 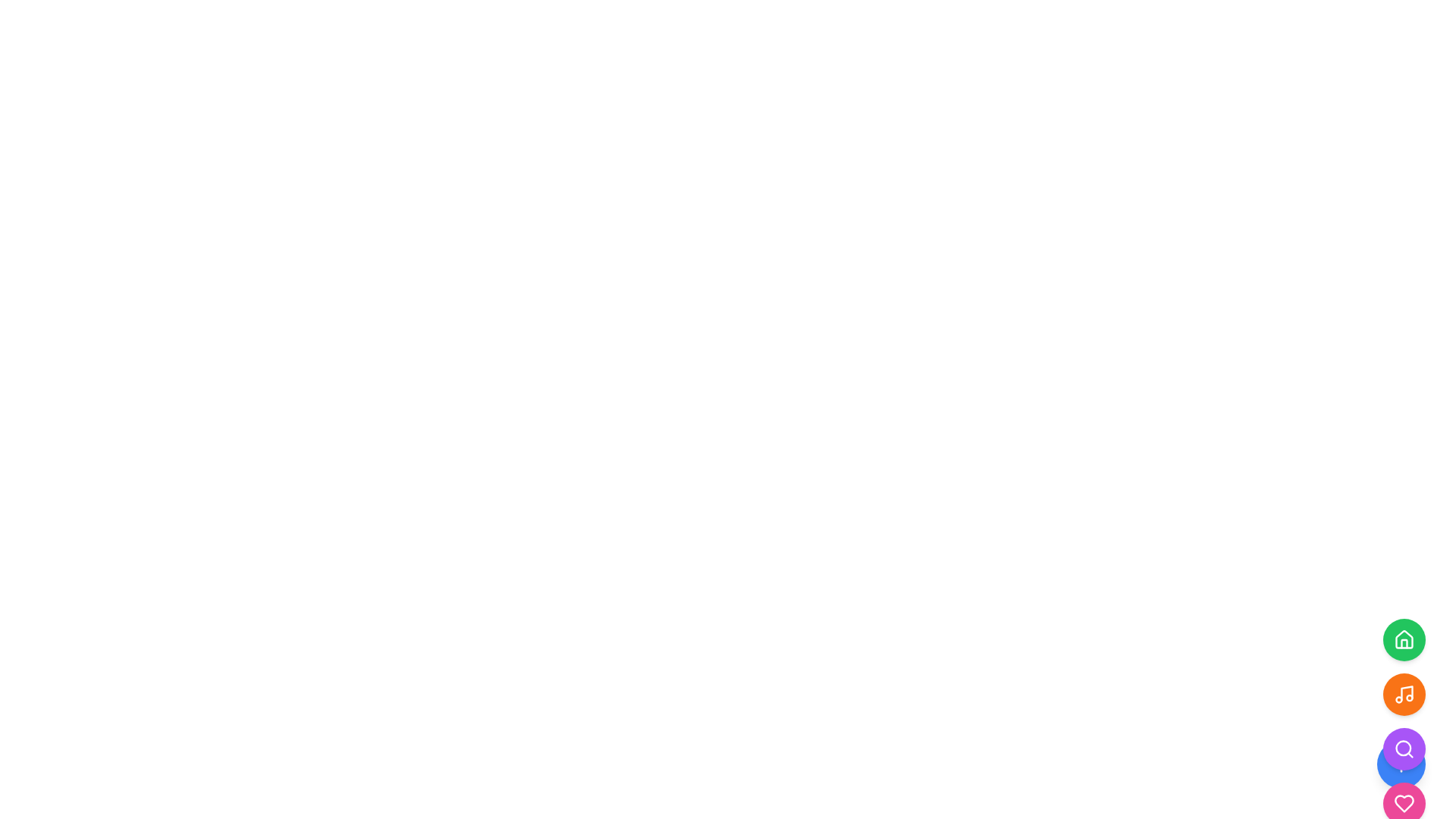 I want to click on the '+' icon embedded in a blue rounded button located in the bottom-right side of the interface, so click(x=1401, y=764).